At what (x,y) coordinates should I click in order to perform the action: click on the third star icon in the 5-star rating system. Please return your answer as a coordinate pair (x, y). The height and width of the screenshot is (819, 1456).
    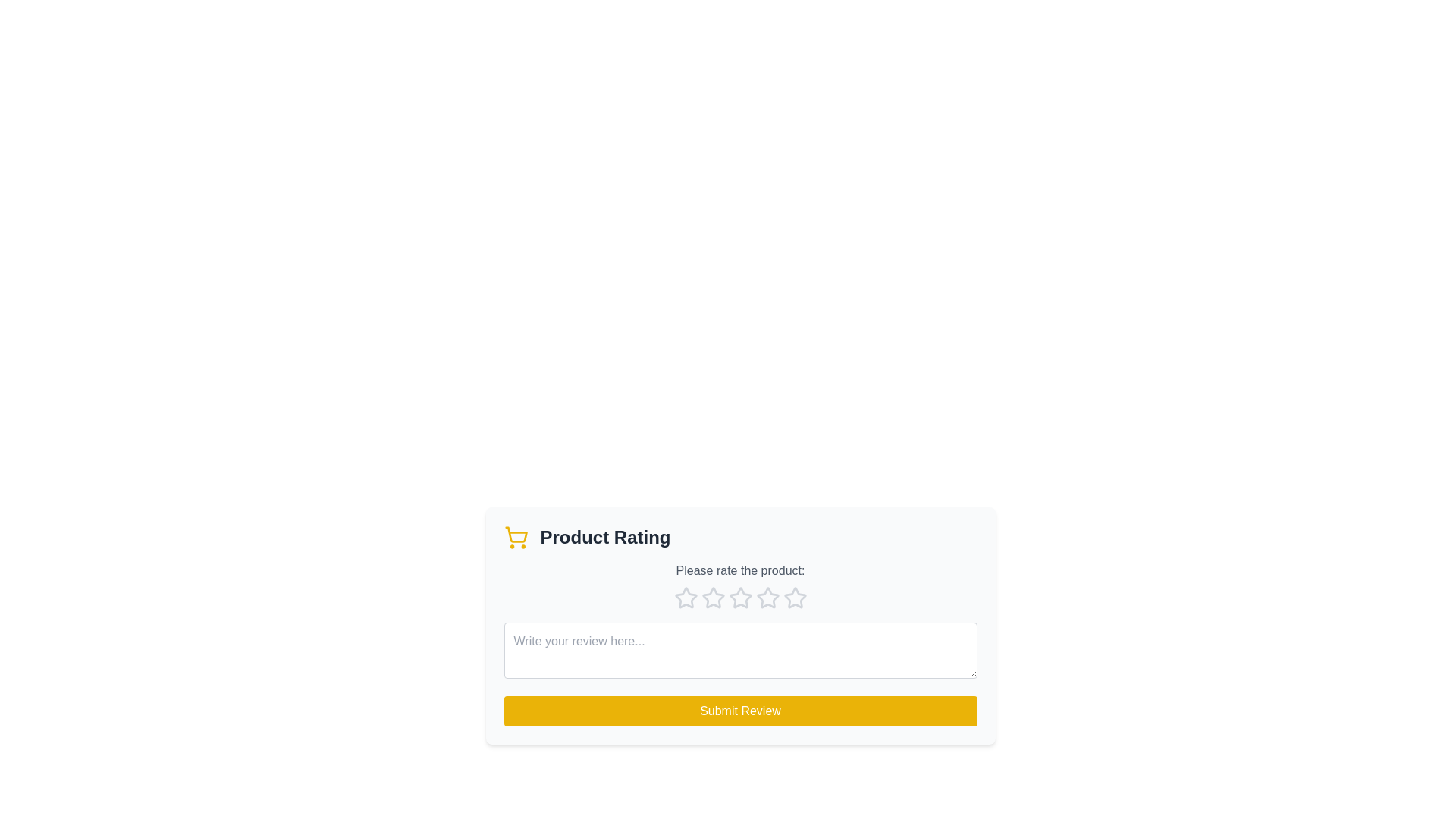
    Looking at the image, I should click on (712, 598).